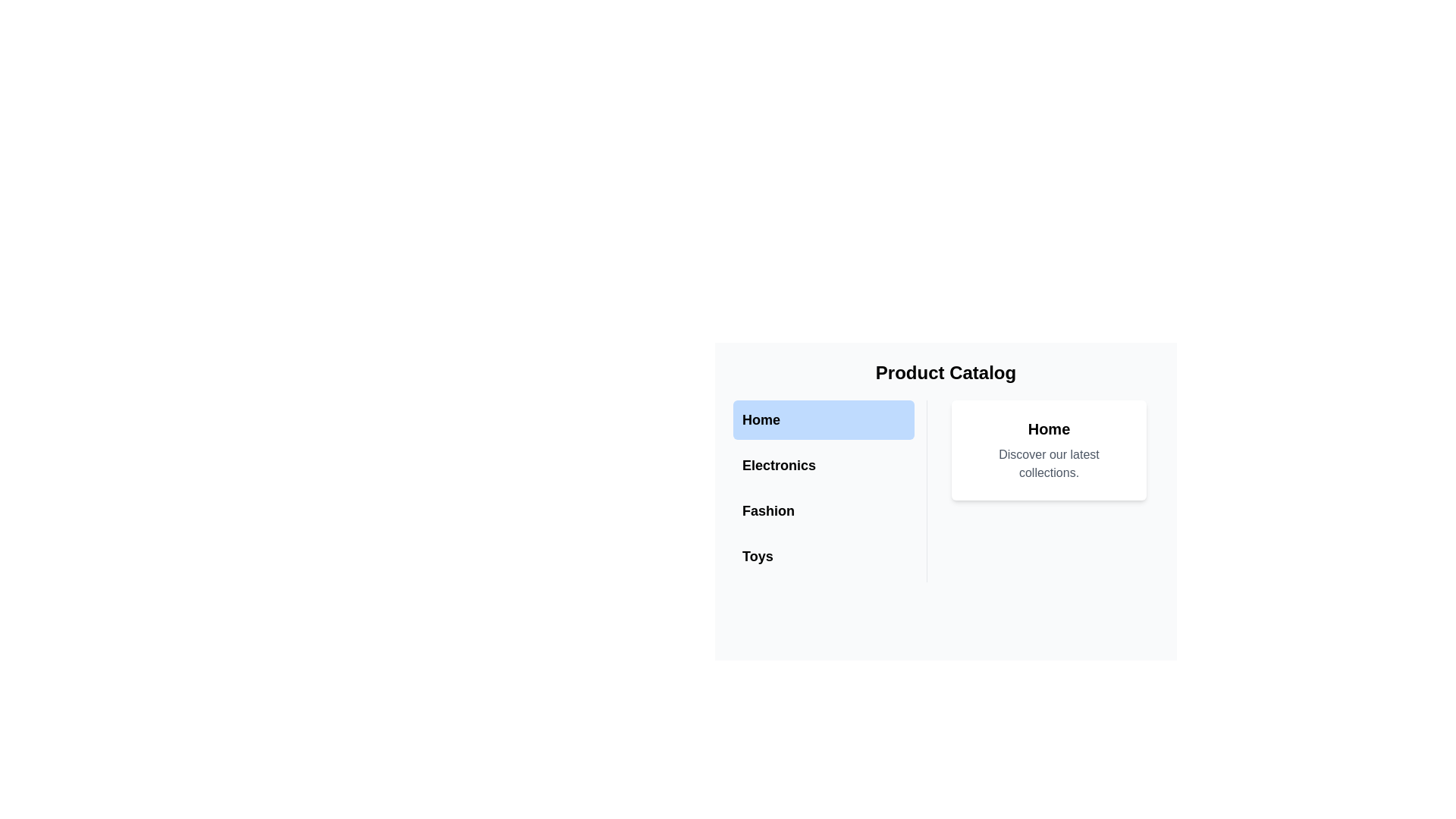 The width and height of the screenshot is (1456, 819). Describe the element at coordinates (945, 373) in the screenshot. I see `text content of the bold, large-text title labeled 'Product Catalog', which is centered at the top of the interface and prominently displayed above the navigation links` at that location.